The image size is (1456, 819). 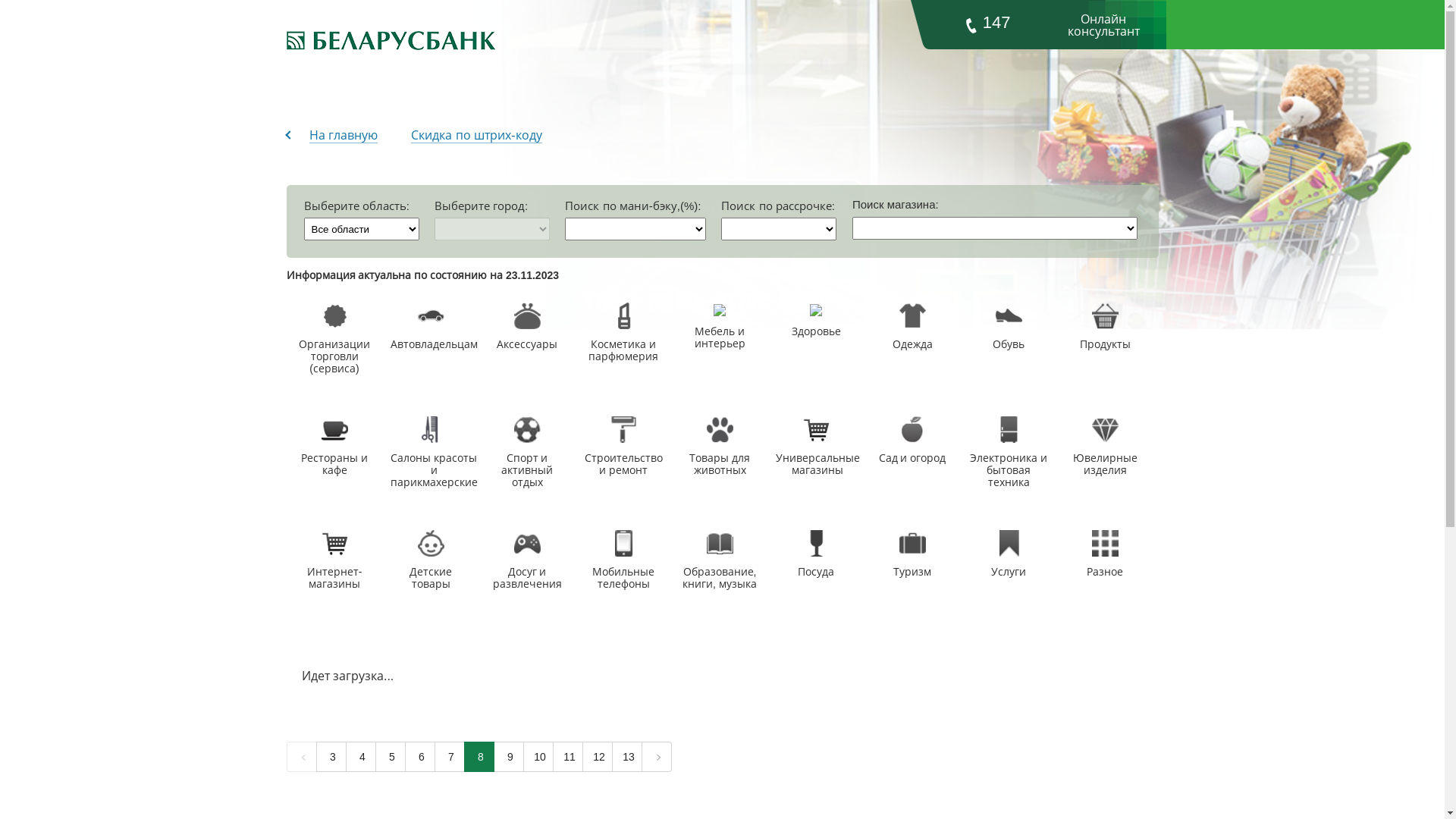 What do you see at coordinates (330, 757) in the screenshot?
I see `'3'` at bounding box center [330, 757].